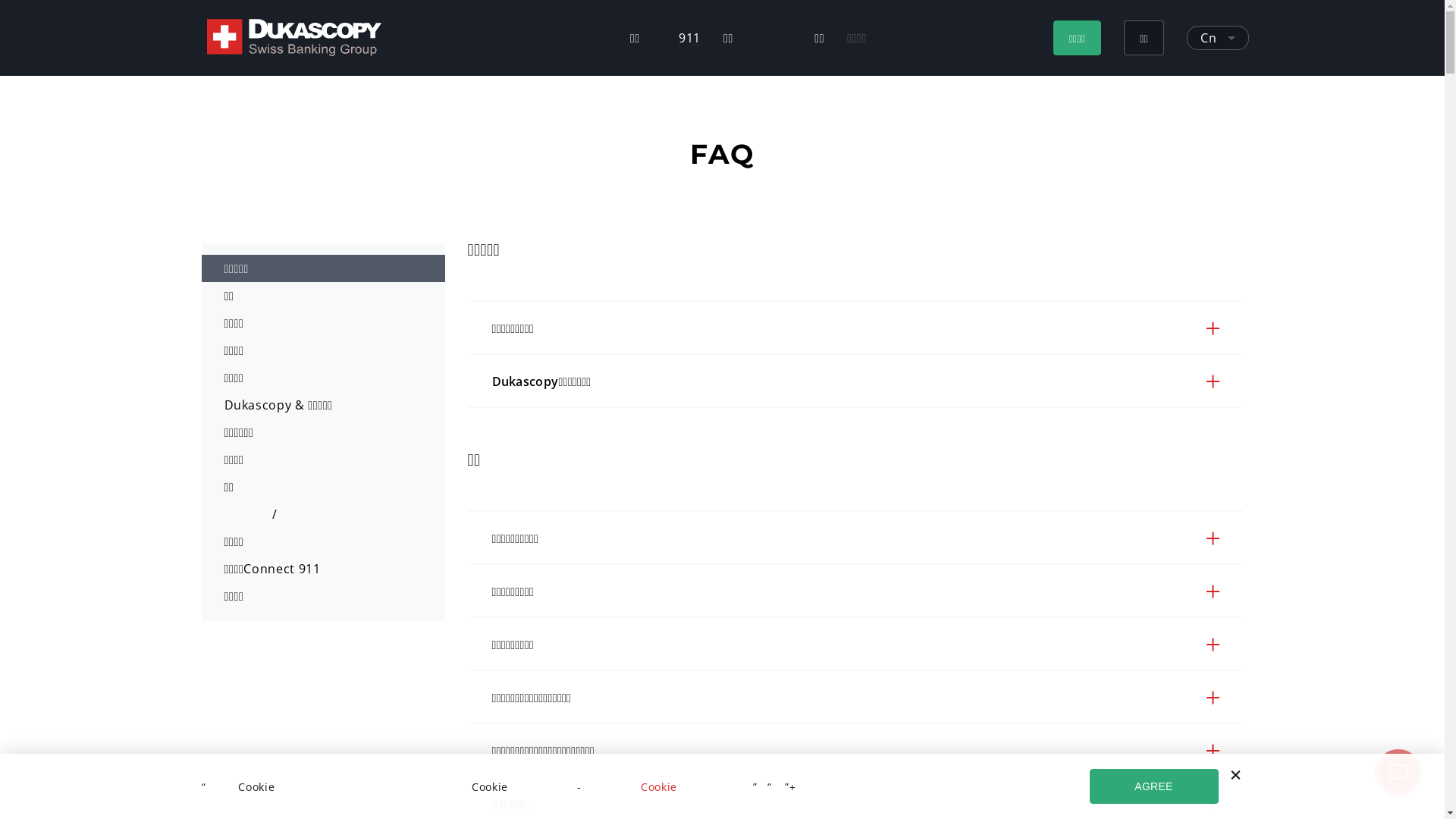 The height and width of the screenshot is (819, 1456). I want to click on 'AGREE', so click(1153, 786).